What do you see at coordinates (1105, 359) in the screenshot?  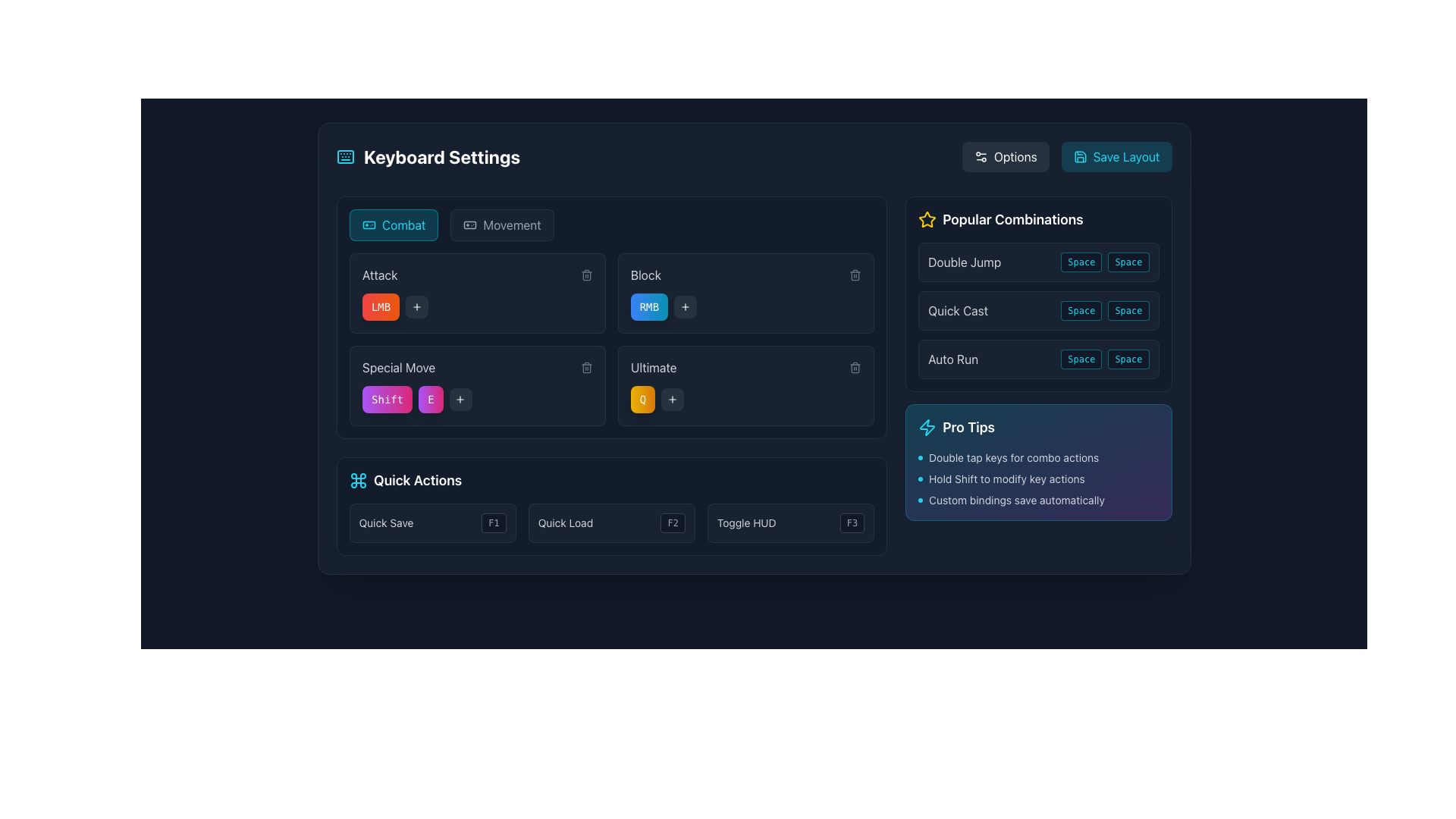 I see `each button in the 'Auto Run' key binding representation located in the 'Popular Combinations' section` at bounding box center [1105, 359].